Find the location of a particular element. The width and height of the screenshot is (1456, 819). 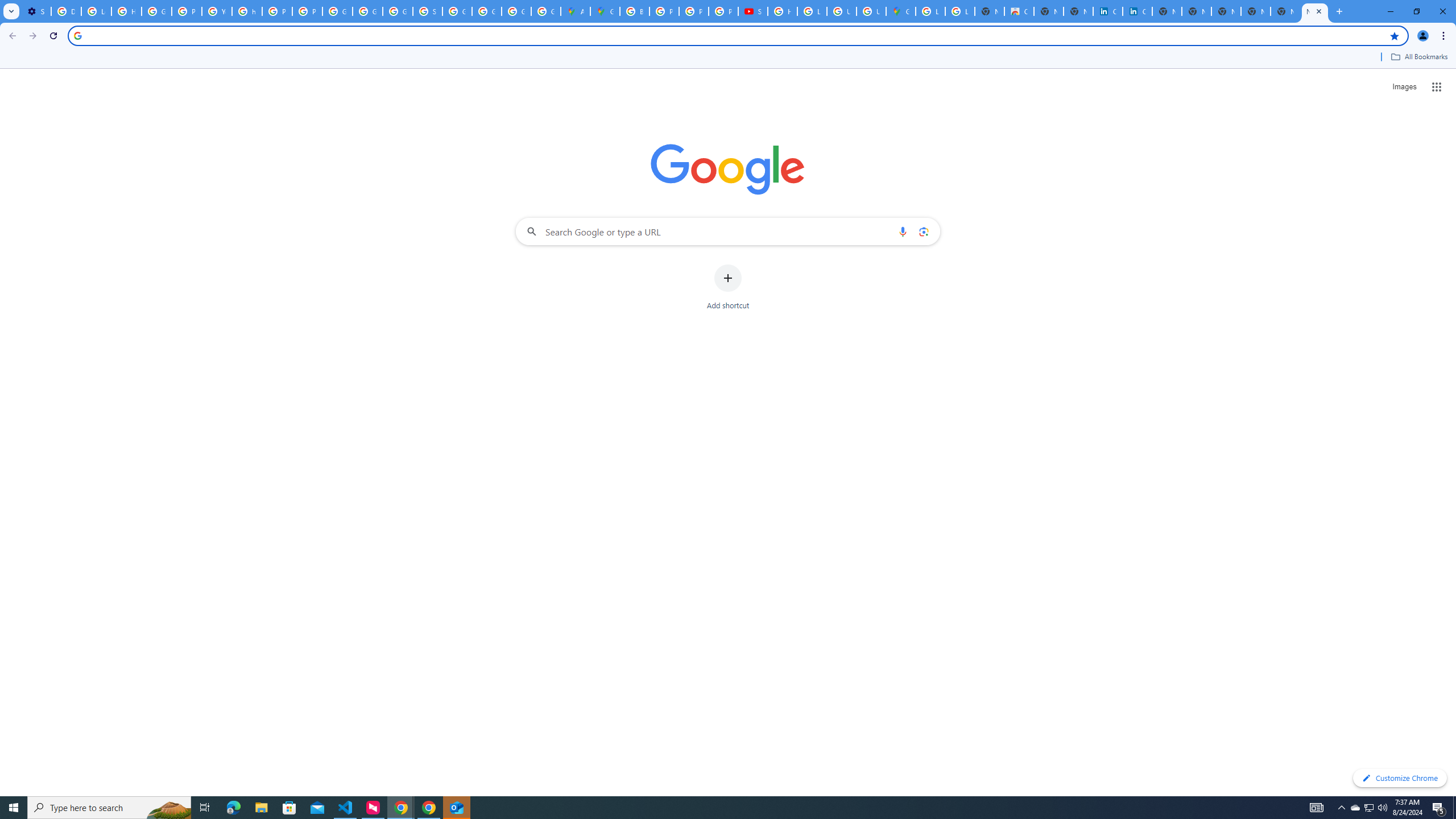

'Google Maps' is located at coordinates (605, 11).